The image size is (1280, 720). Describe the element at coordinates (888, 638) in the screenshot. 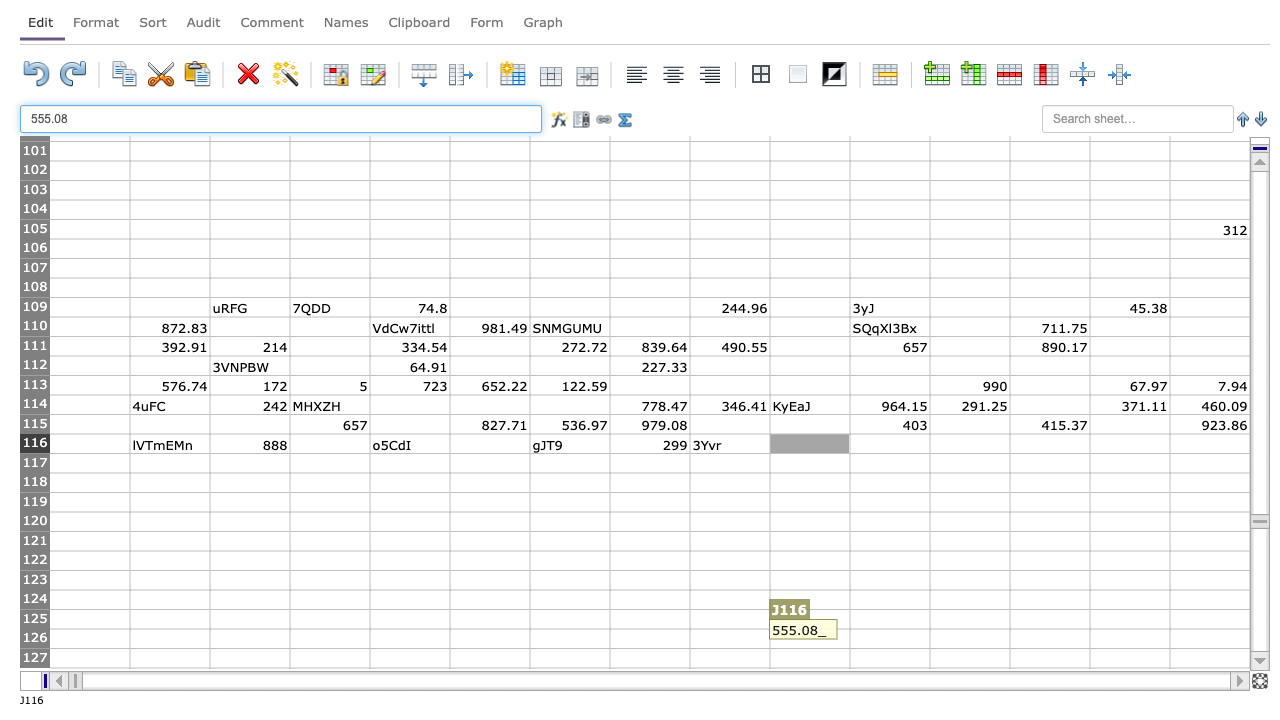

I see `Place cursor in K126` at that location.